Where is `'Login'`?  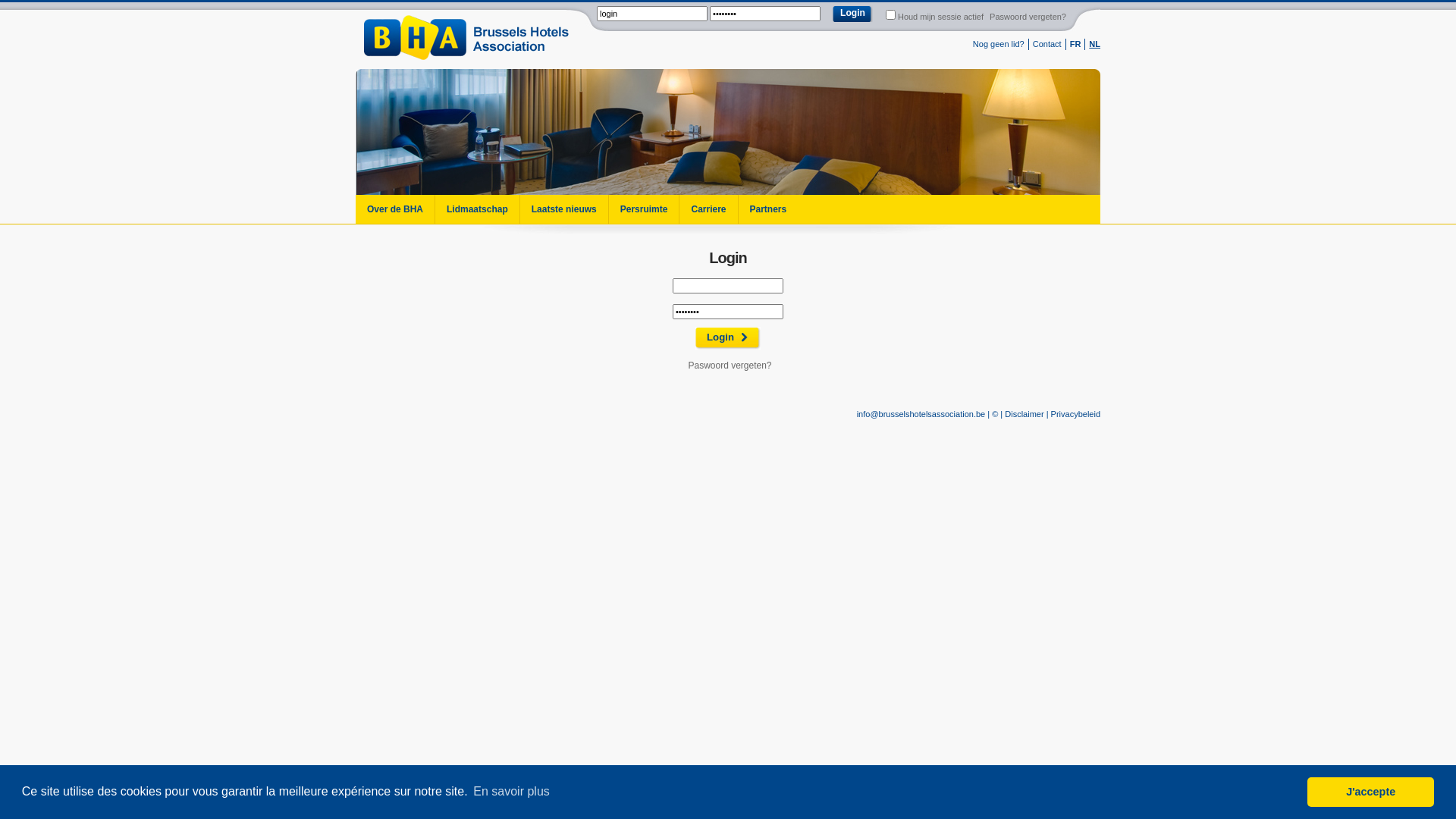 'Login' is located at coordinates (852, 14).